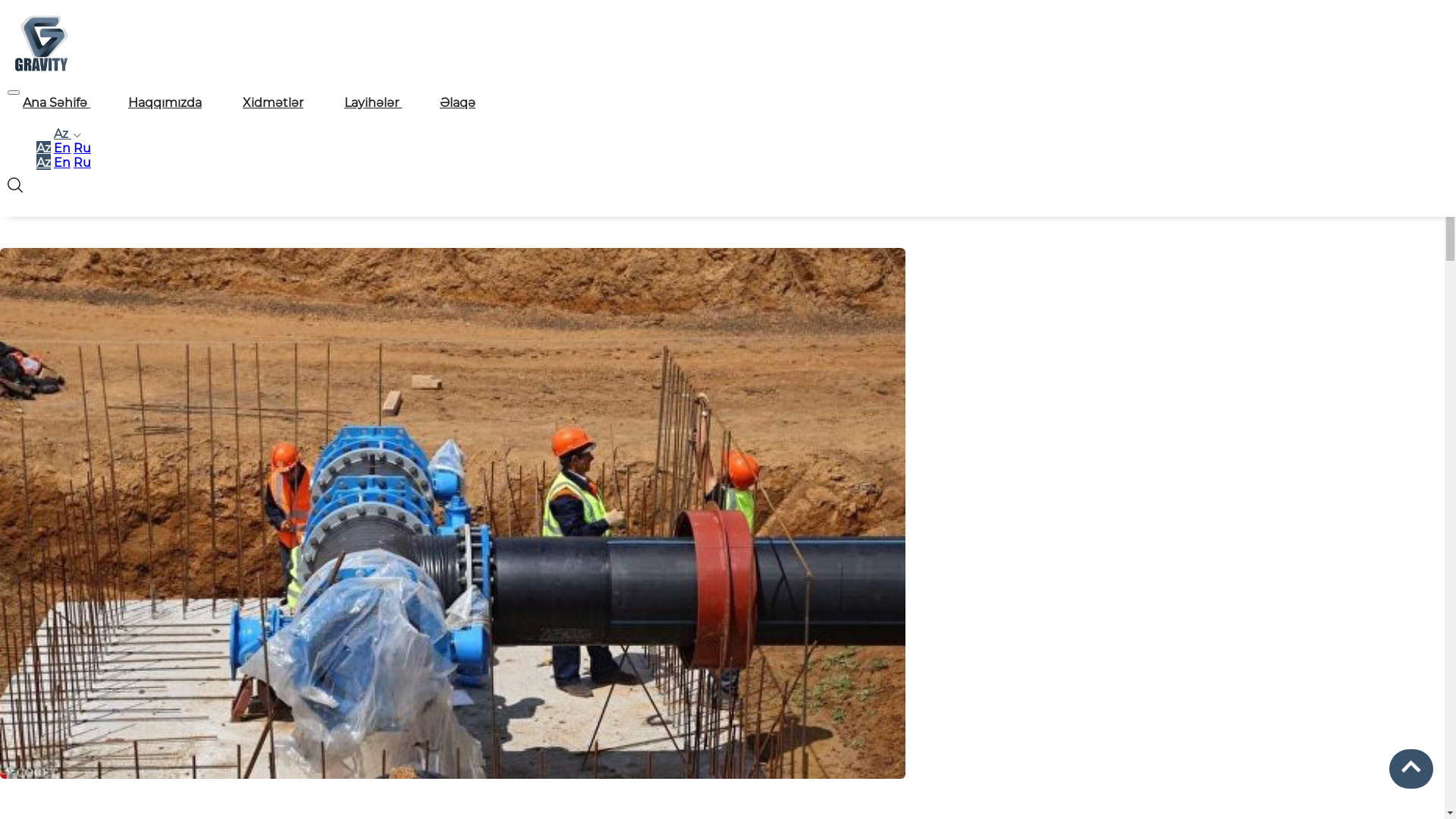 Image resolution: width=1456 pixels, height=819 pixels. What do you see at coordinates (43, 162) in the screenshot?
I see `'Az'` at bounding box center [43, 162].